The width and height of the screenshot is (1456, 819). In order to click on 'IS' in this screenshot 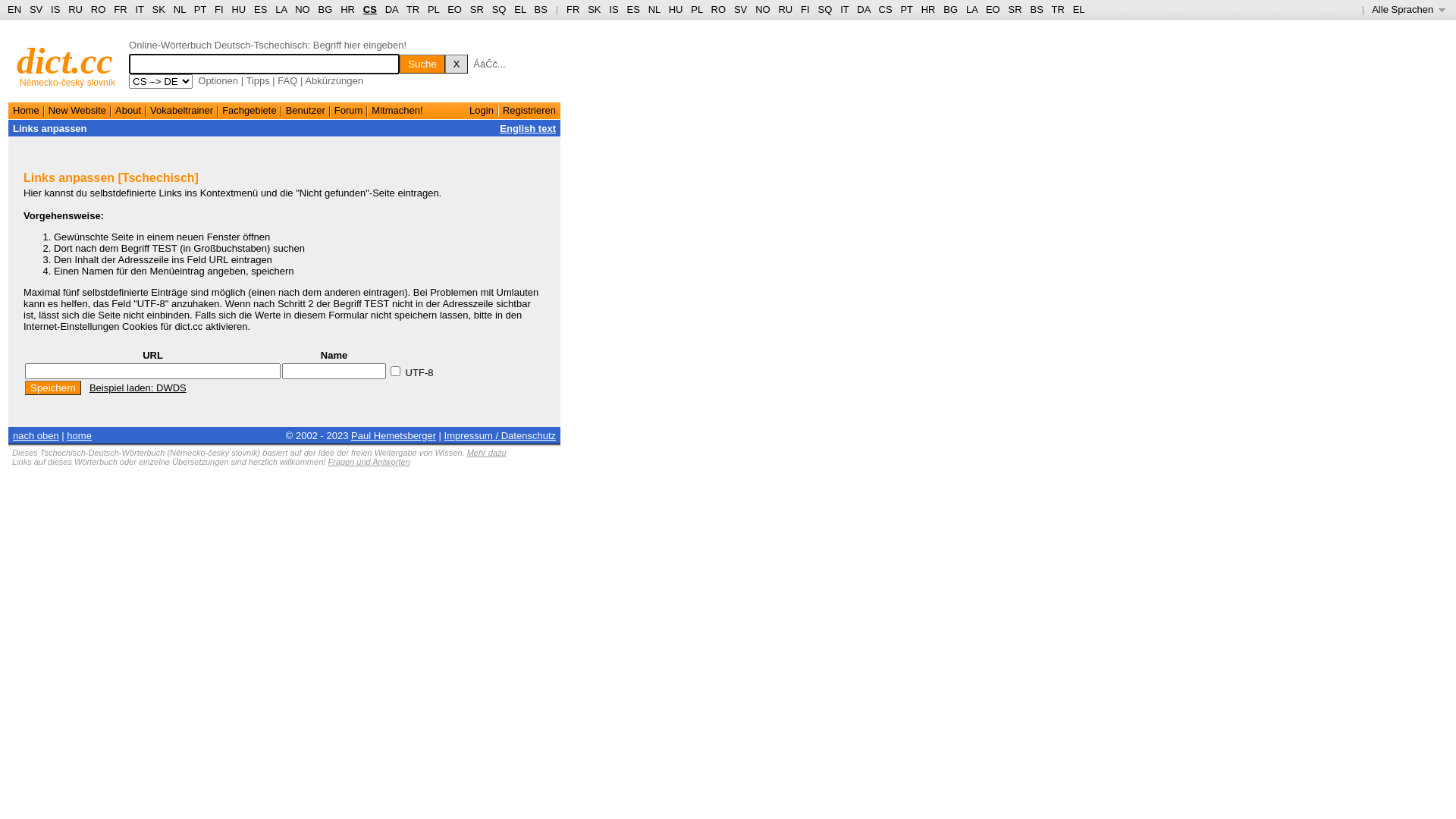, I will do `click(55, 9)`.